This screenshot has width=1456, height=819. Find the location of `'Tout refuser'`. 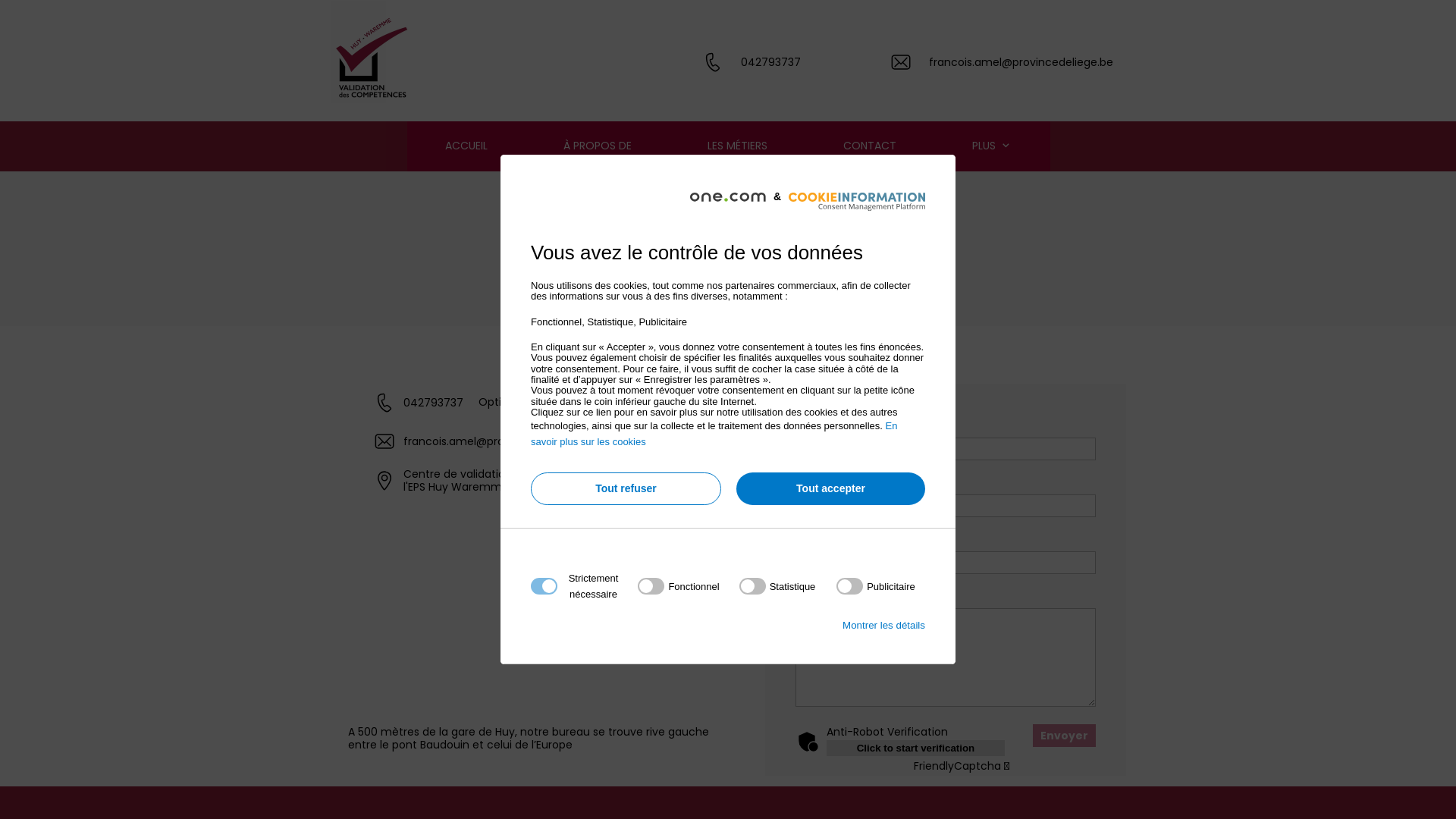

'Tout refuser' is located at coordinates (626, 488).